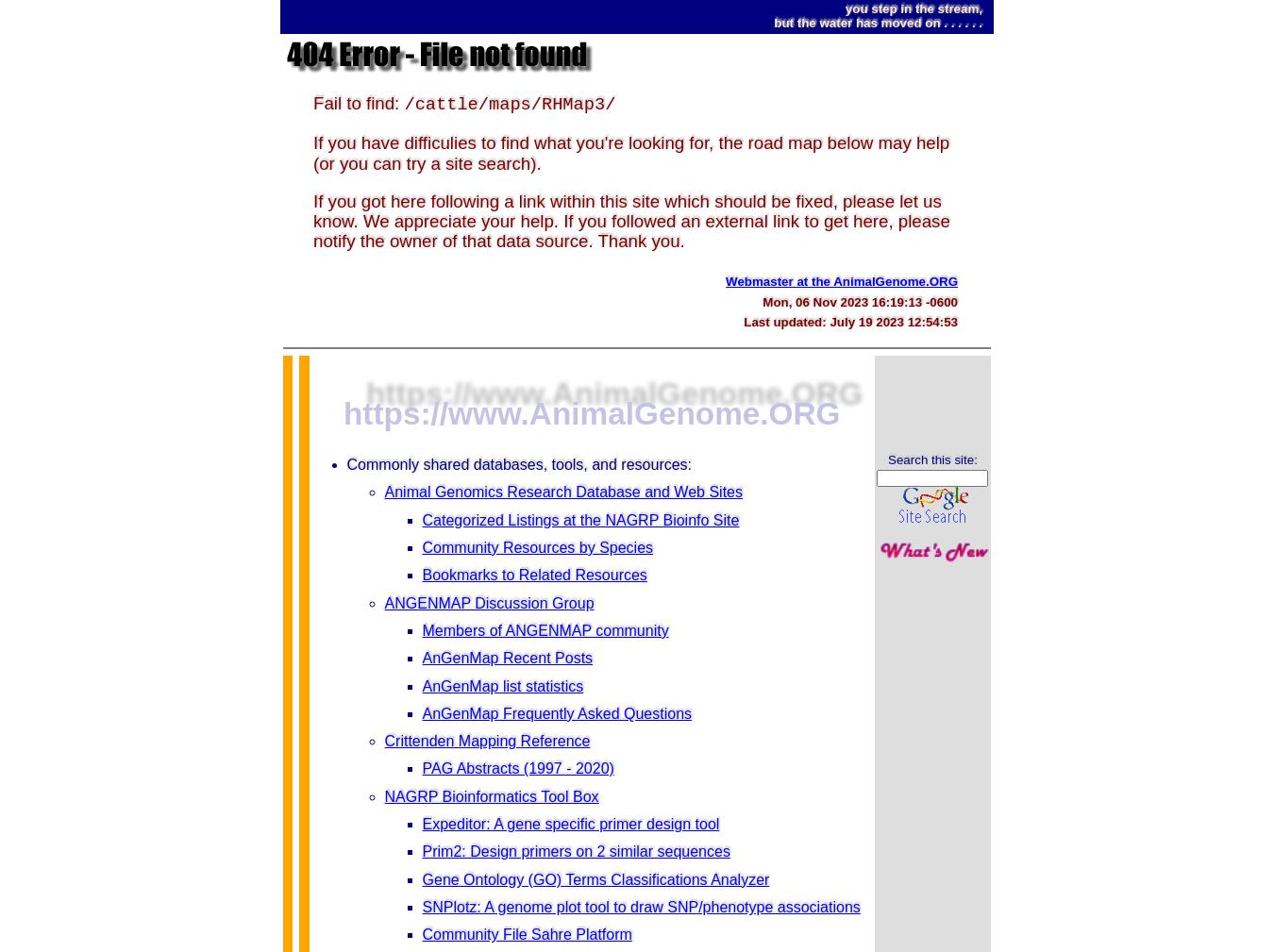 The image size is (1274, 952). Describe the element at coordinates (509, 103) in the screenshot. I see `'/cattle/maps/RHMap3/'` at that location.